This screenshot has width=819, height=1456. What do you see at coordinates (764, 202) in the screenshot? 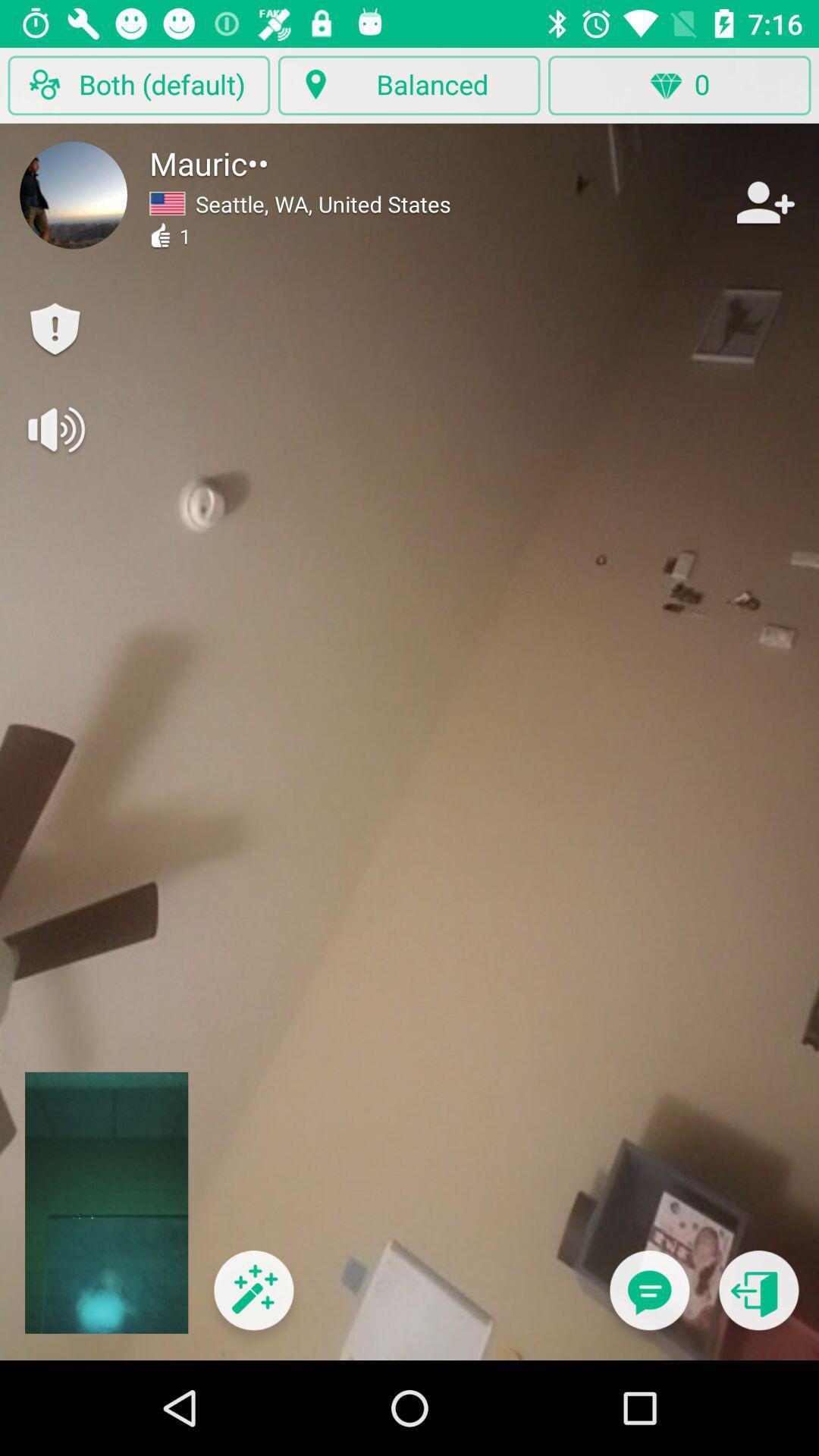
I see `person` at bounding box center [764, 202].